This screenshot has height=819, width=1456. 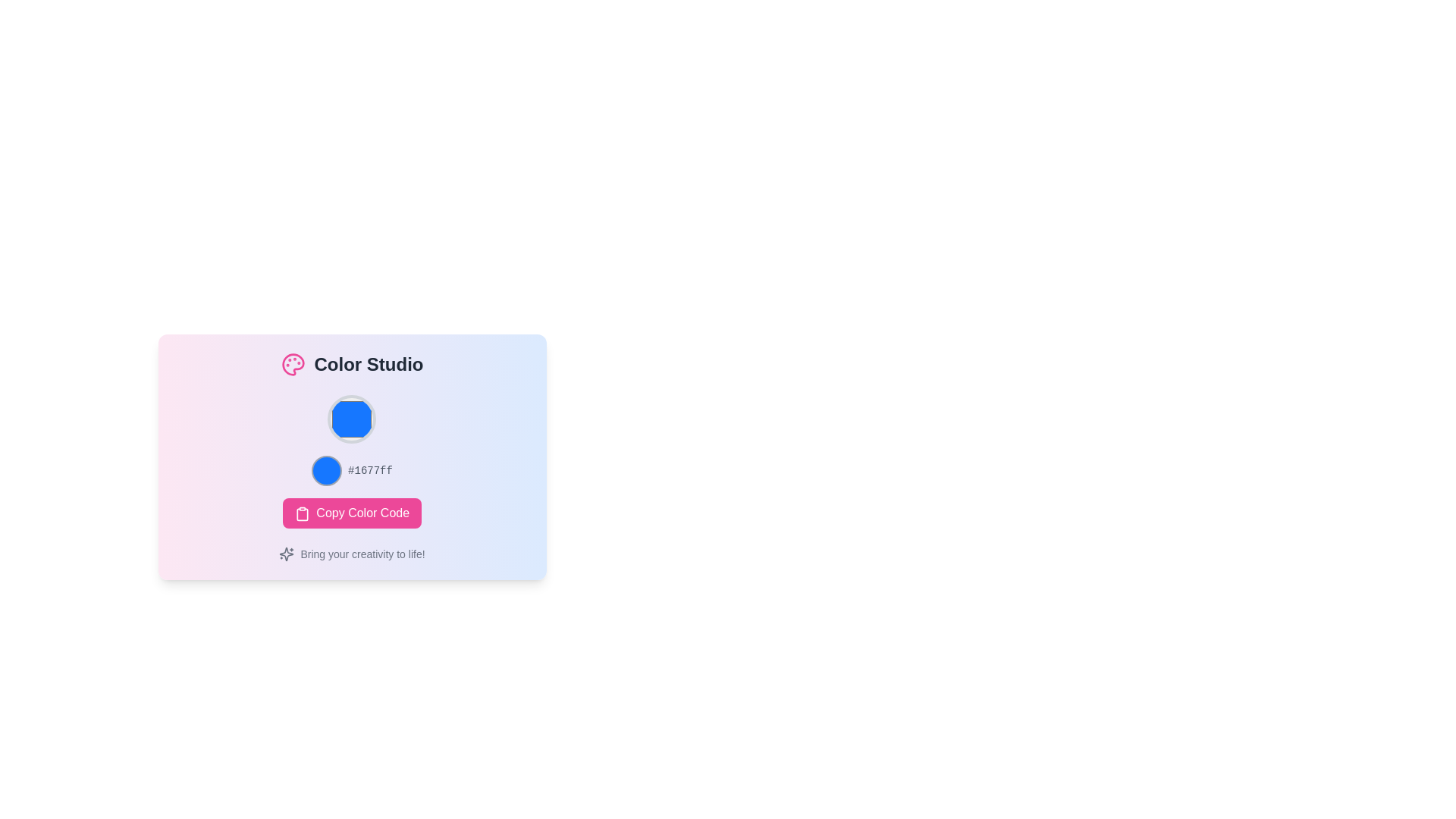 What do you see at coordinates (287, 554) in the screenshot?
I see `the sparkle icon located in the bottom part of the 'Color Studio' card, positioned to the left of the text 'Bring your creativity to life!'` at bounding box center [287, 554].